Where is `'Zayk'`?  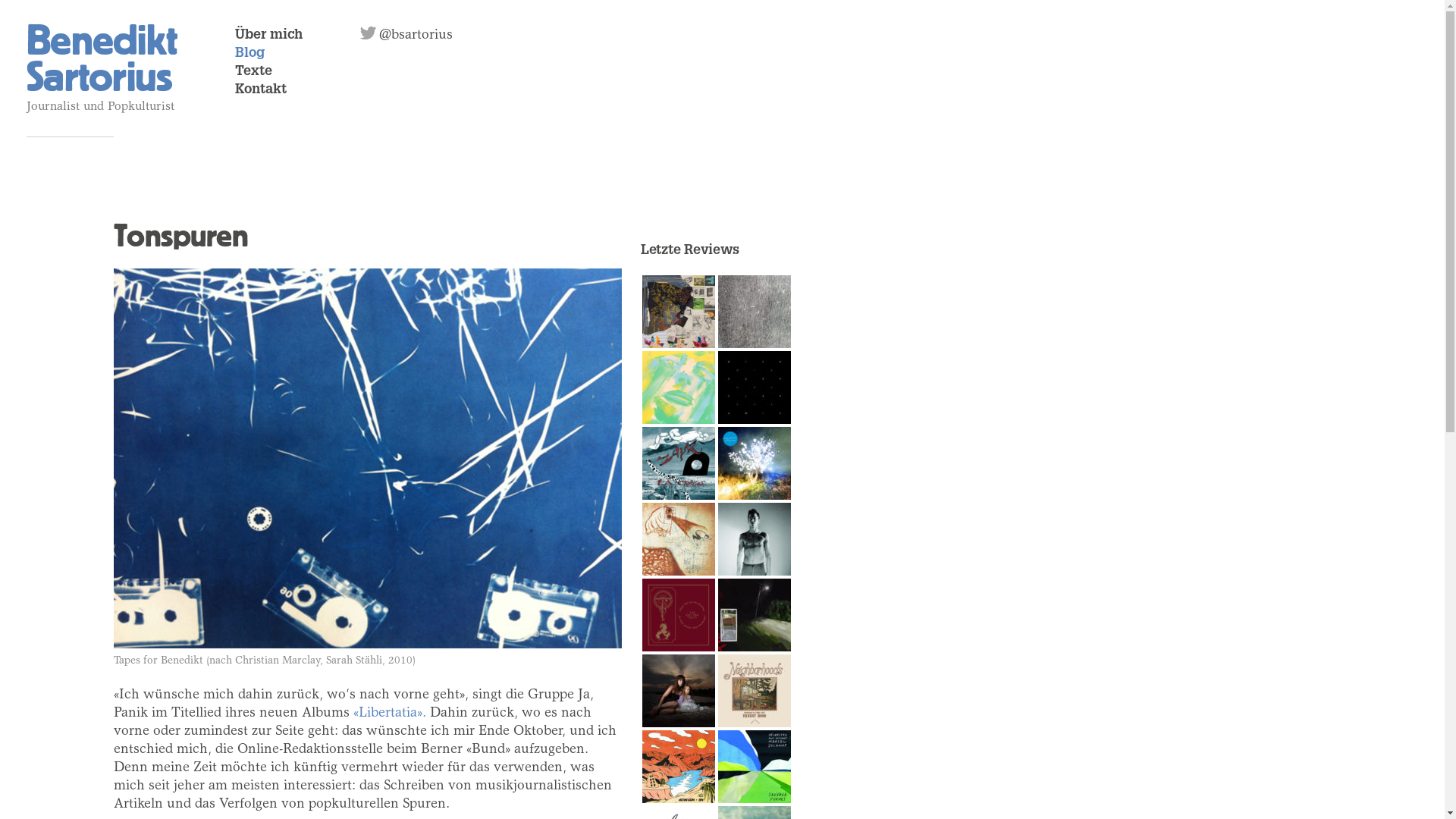 'Zayk' is located at coordinates (677, 462).